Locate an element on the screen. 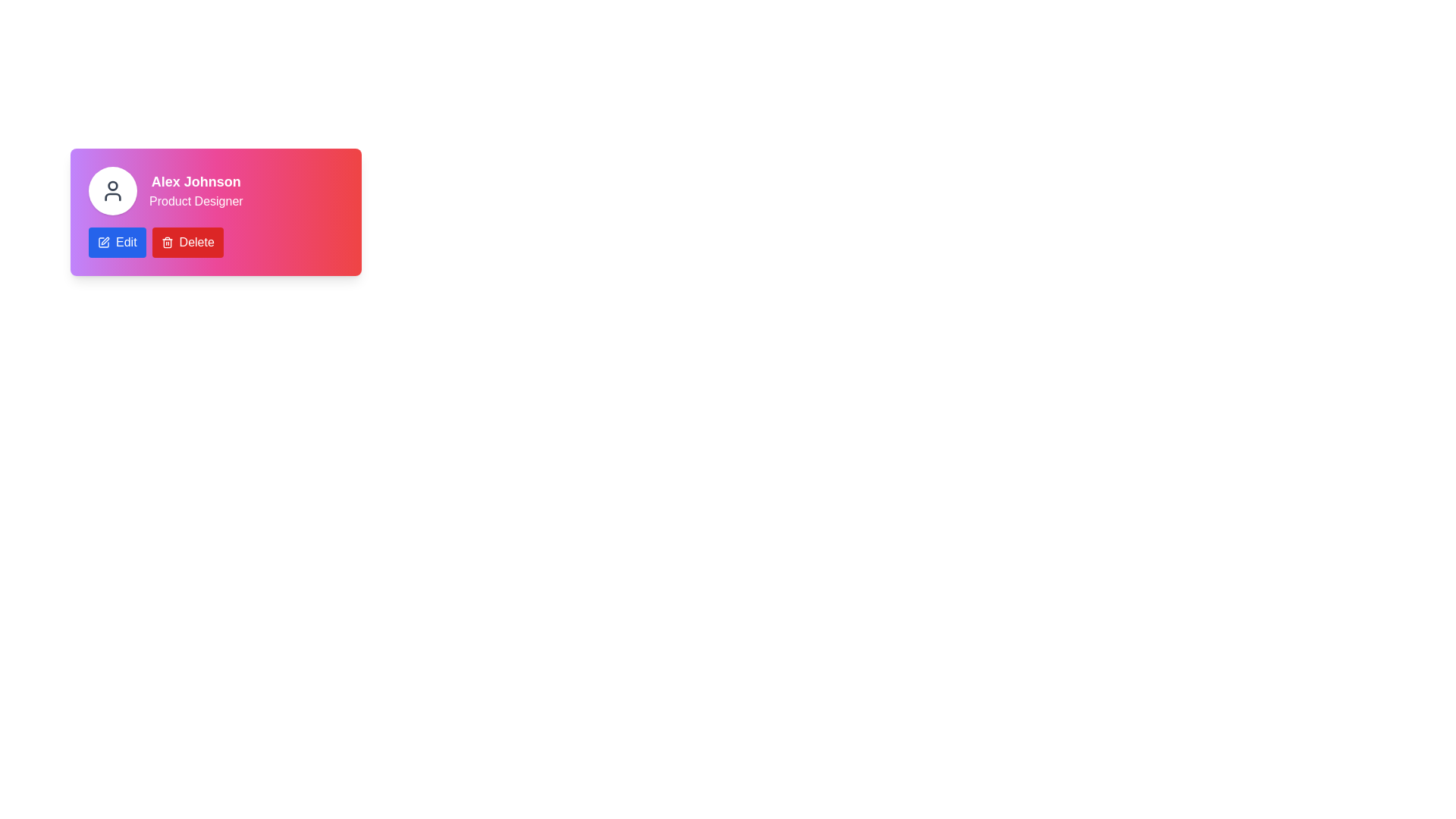 Image resolution: width=1456 pixels, height=819 pixels. the 'Delete' text label located at the bottom right portion of the card interface, which indicates the action to remove or discard an item is located at coordinates (196, 242).